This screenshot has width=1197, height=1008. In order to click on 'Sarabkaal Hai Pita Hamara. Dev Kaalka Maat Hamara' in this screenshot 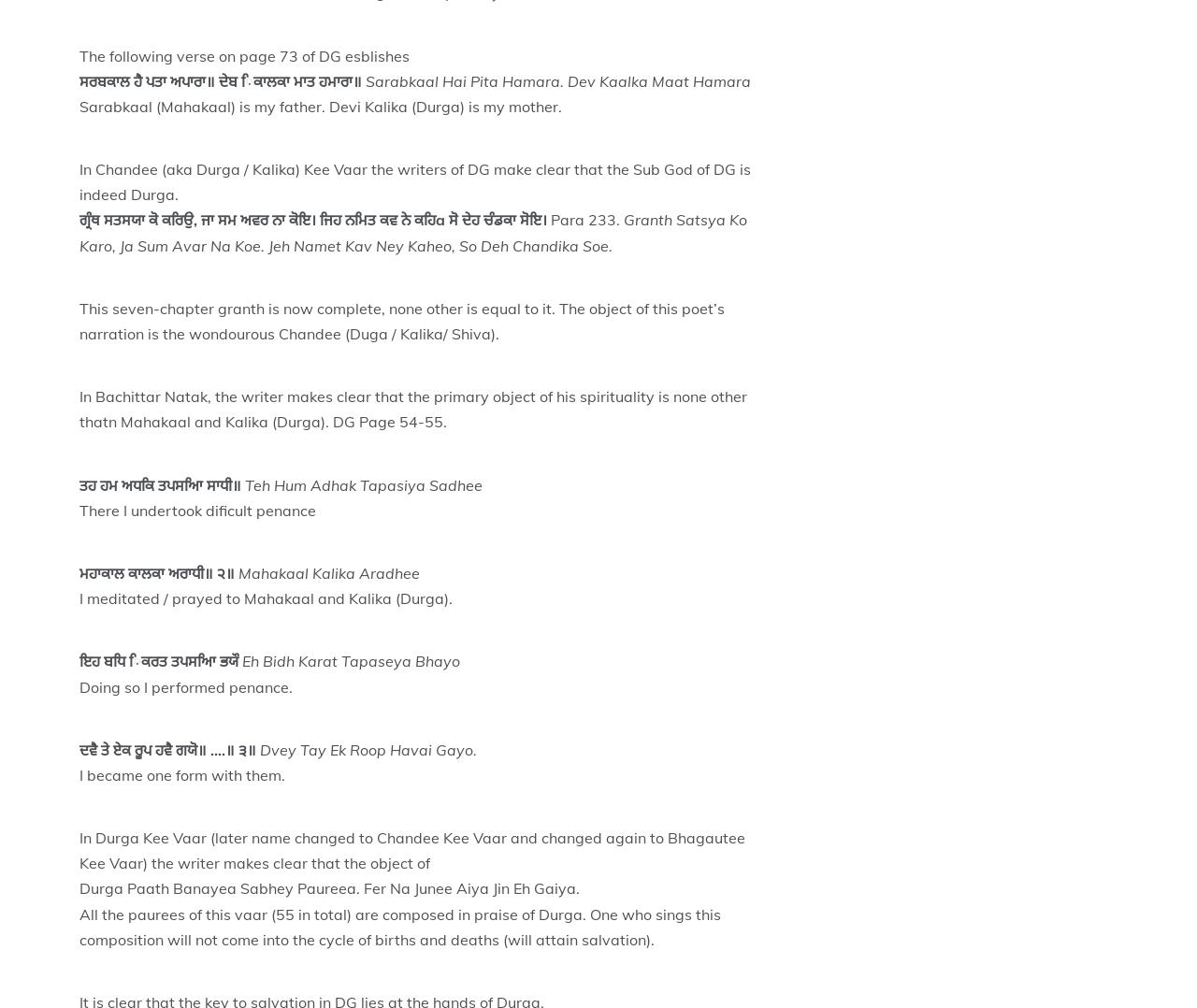, I will do `click(556, 79)`.